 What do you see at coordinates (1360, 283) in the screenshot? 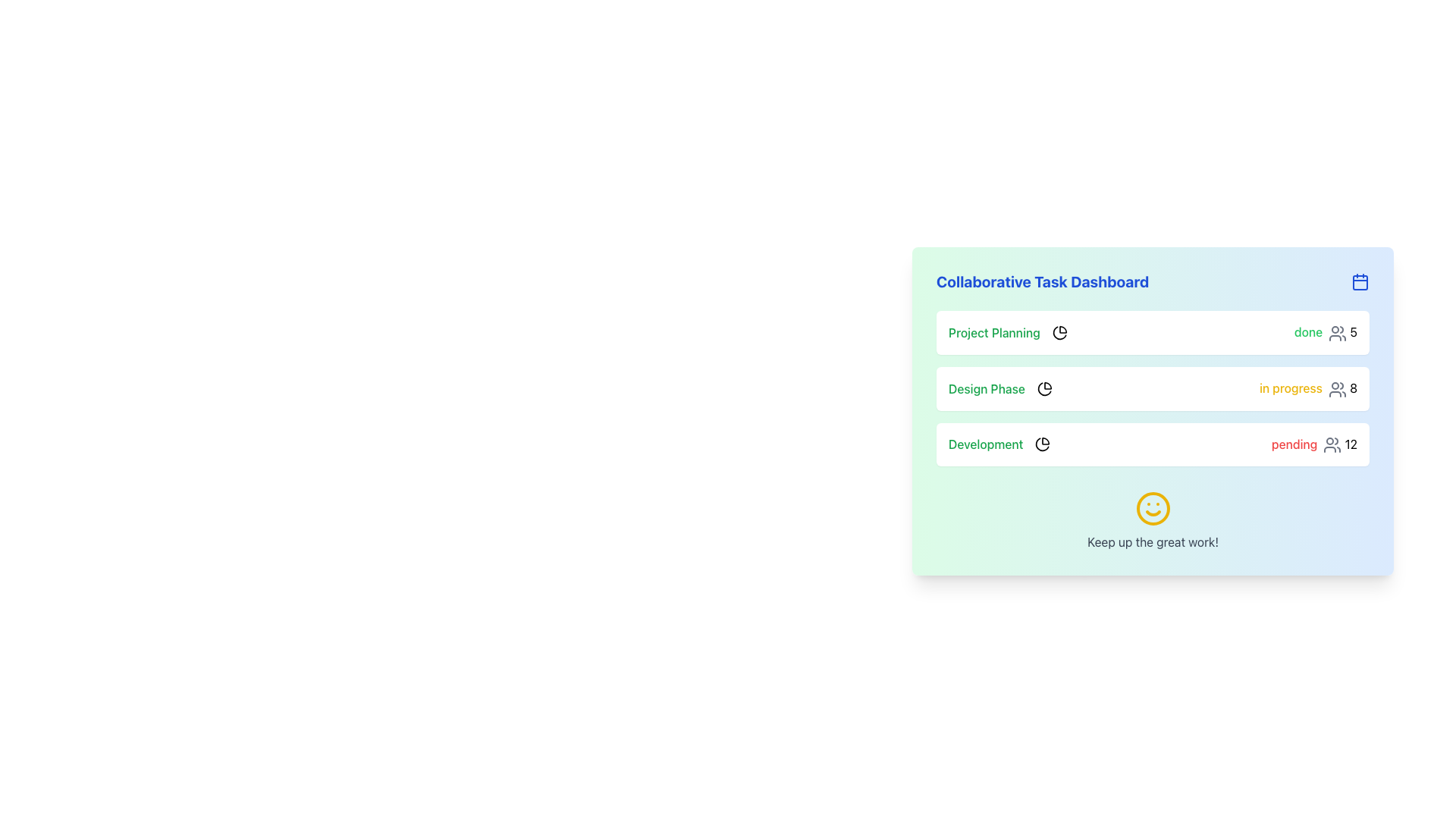
I see `the rounded rectangle within the calendar icon, which is light blue and located at the top-right corner of the dashboard header` at bounding box center [1360, 283].